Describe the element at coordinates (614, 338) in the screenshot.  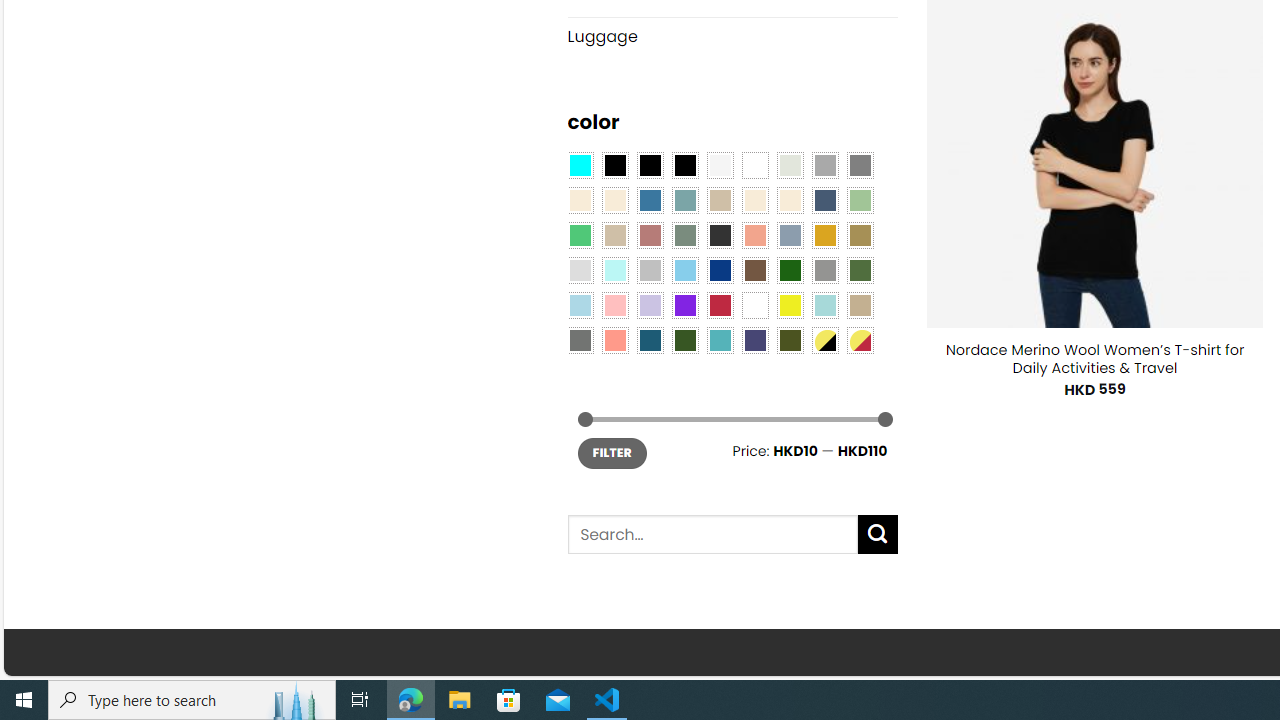
I see `'Peach Pink'` at that location.